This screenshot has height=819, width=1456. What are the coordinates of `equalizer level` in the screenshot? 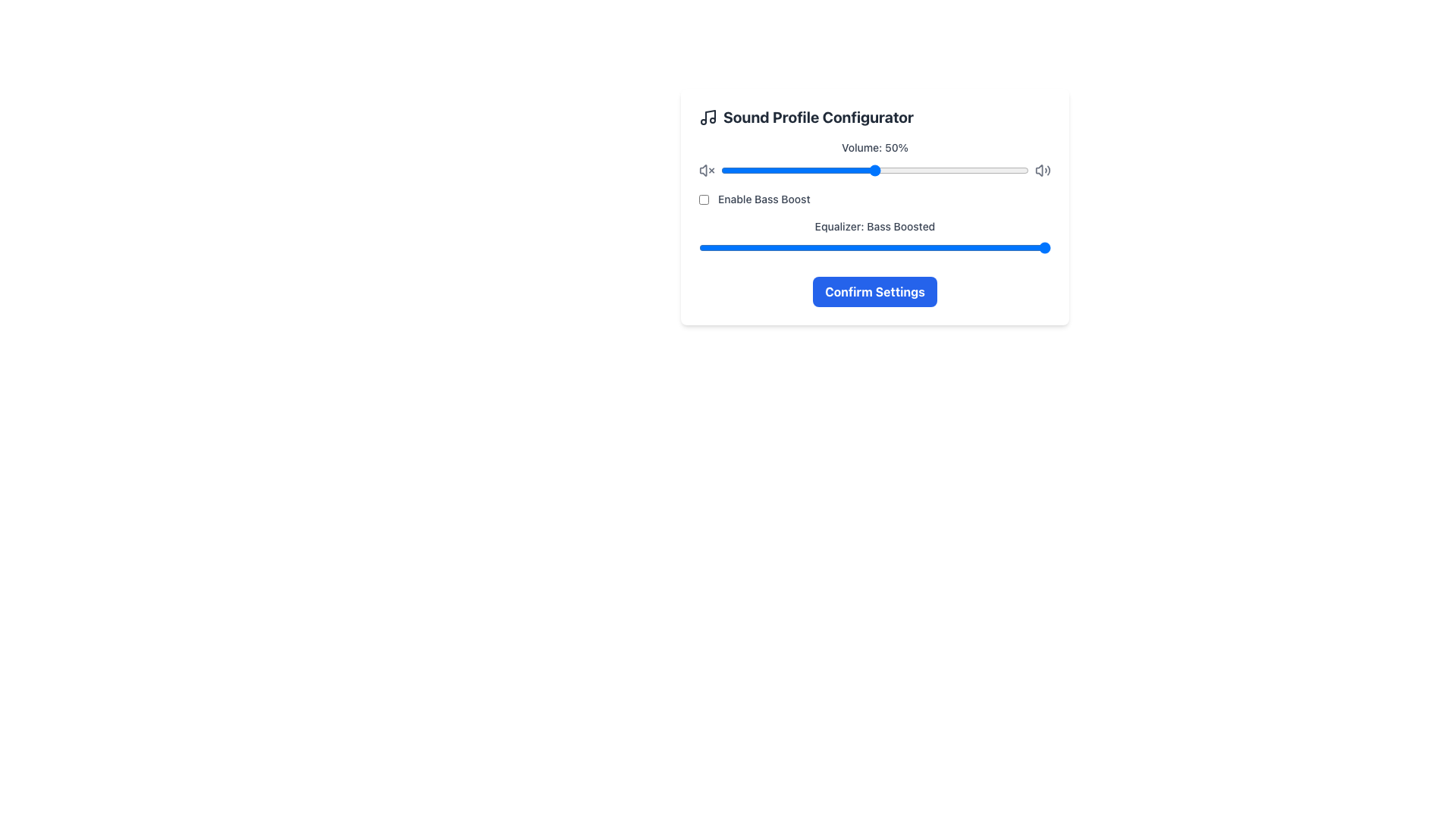 It's located at (815, 247).